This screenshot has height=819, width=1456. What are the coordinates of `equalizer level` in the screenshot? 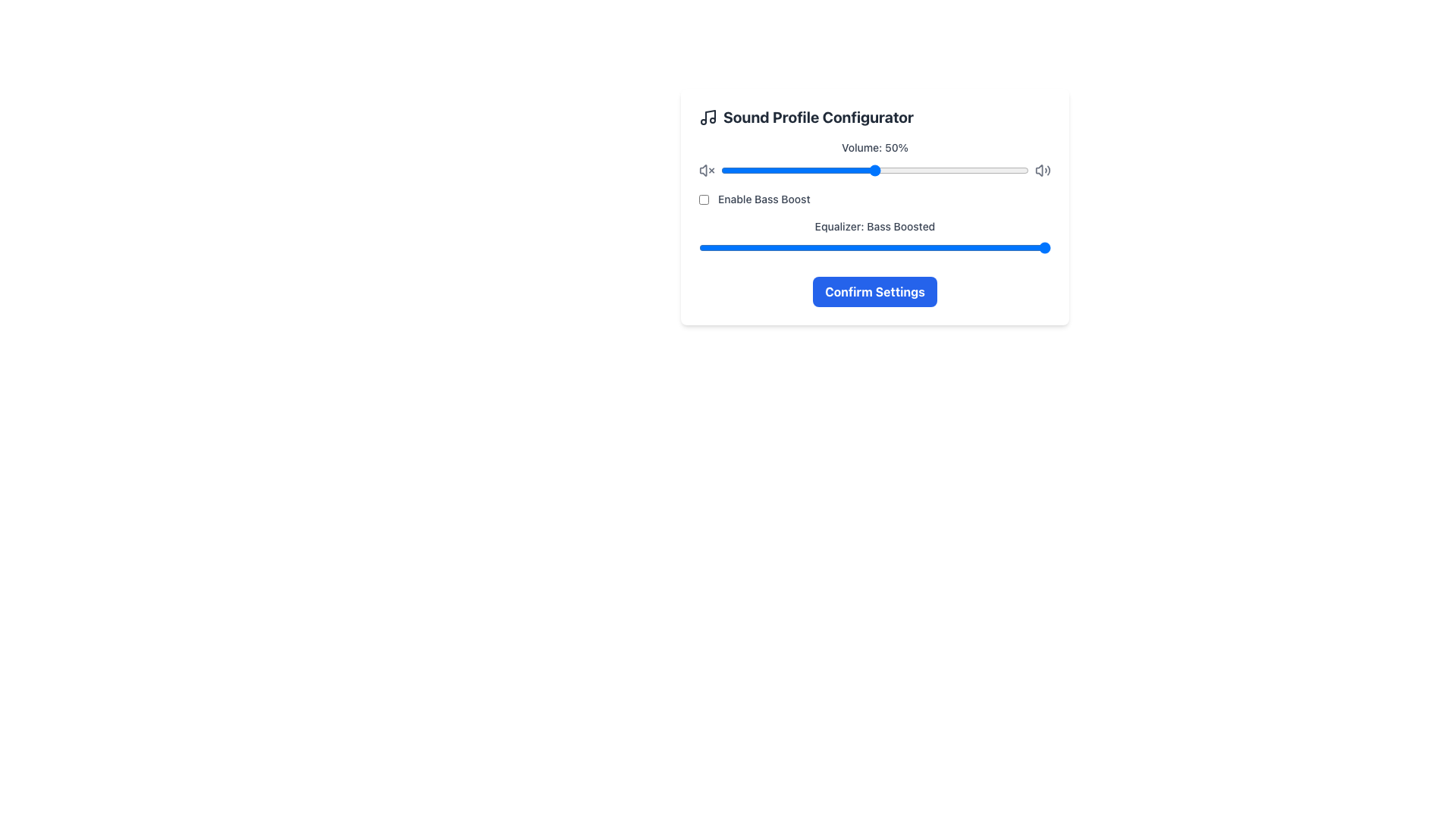 It's located at (815, 247).